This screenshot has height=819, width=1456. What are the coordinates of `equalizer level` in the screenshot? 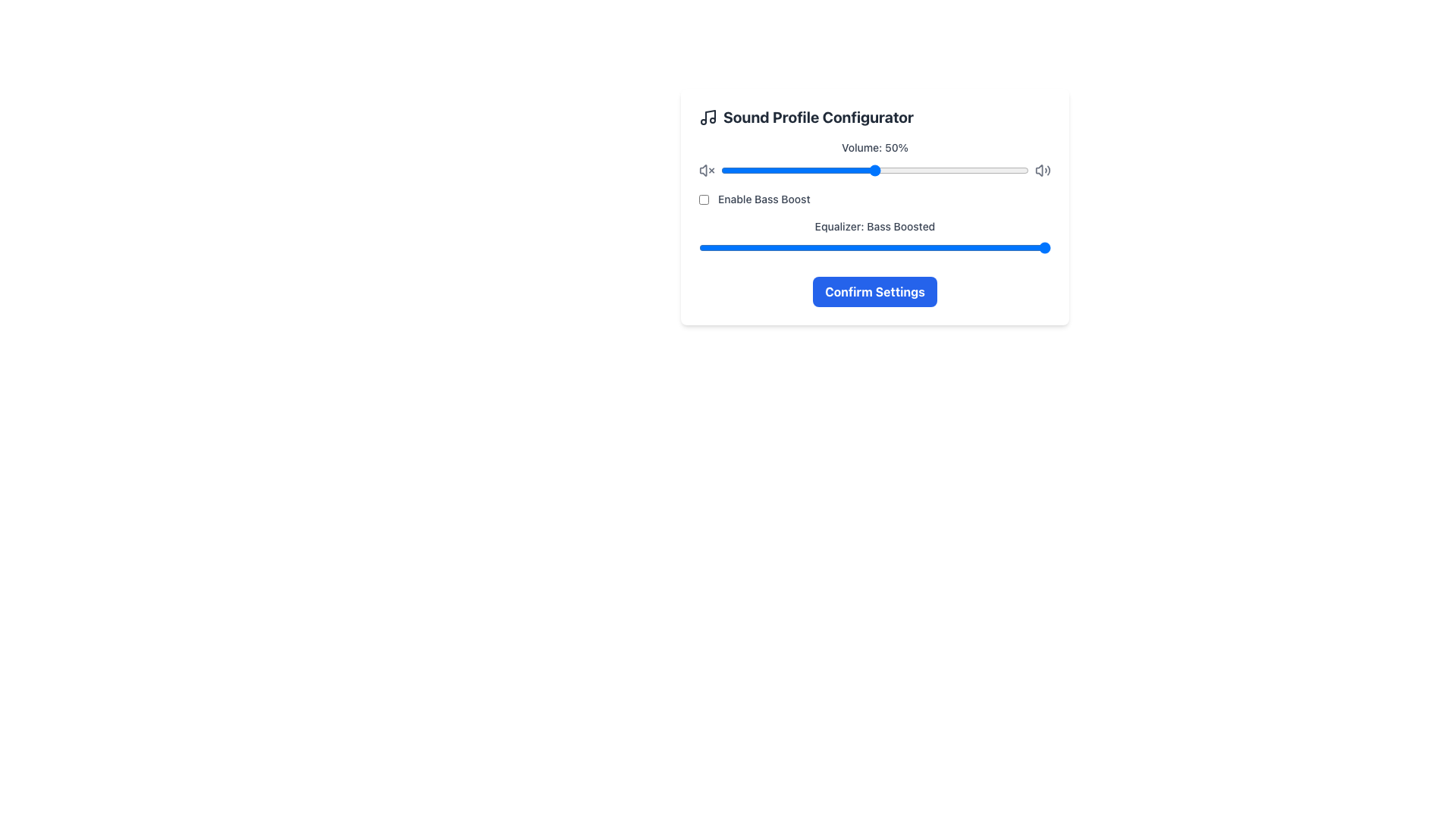 It's located at (815, 247).